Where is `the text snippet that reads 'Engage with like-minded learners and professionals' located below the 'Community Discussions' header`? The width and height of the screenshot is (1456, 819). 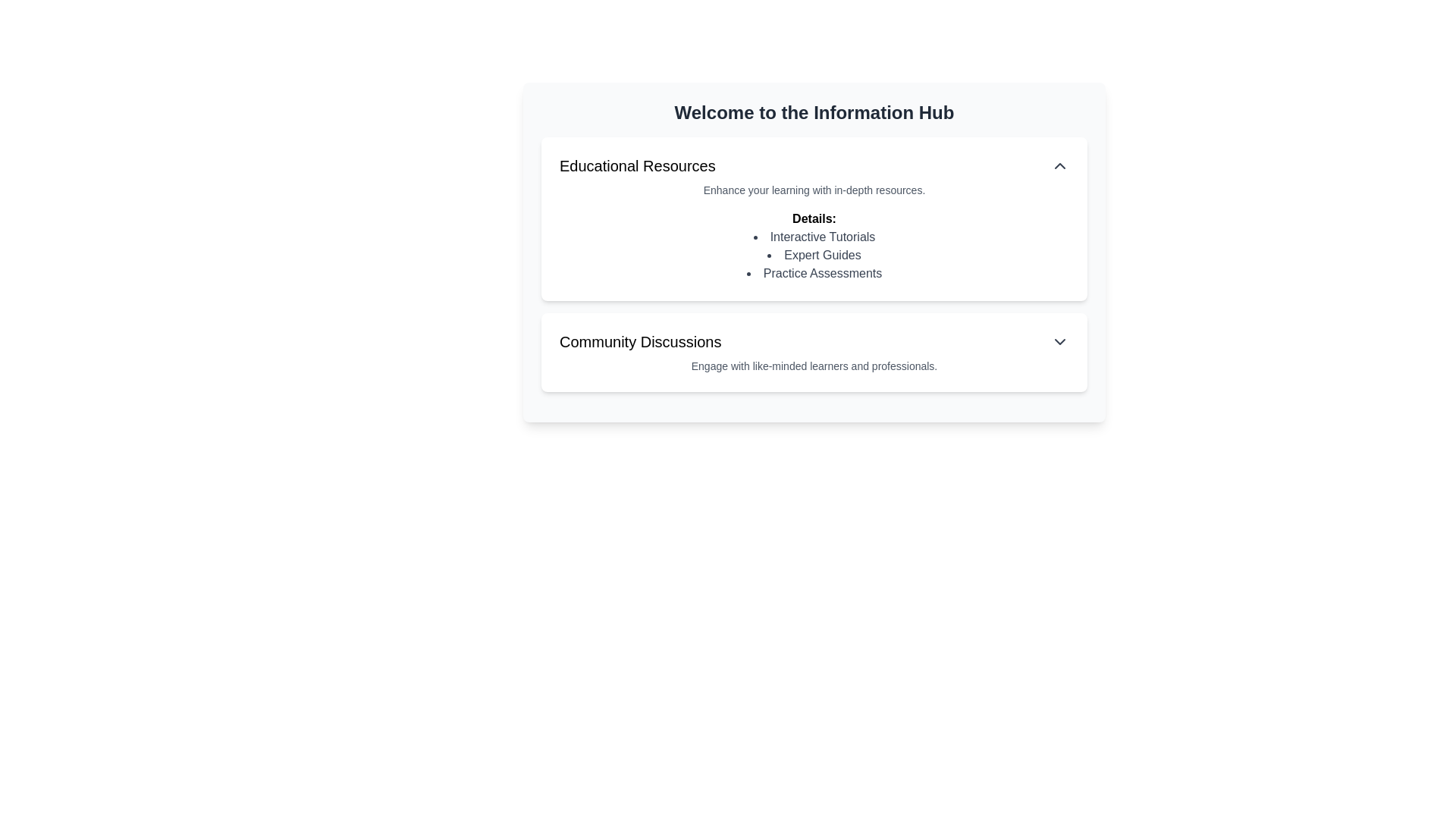 the text snippet that reads 'Engage with like-minded learners and professionals' located below the 'Community Discussions' header is located at coordinates (814, 366).